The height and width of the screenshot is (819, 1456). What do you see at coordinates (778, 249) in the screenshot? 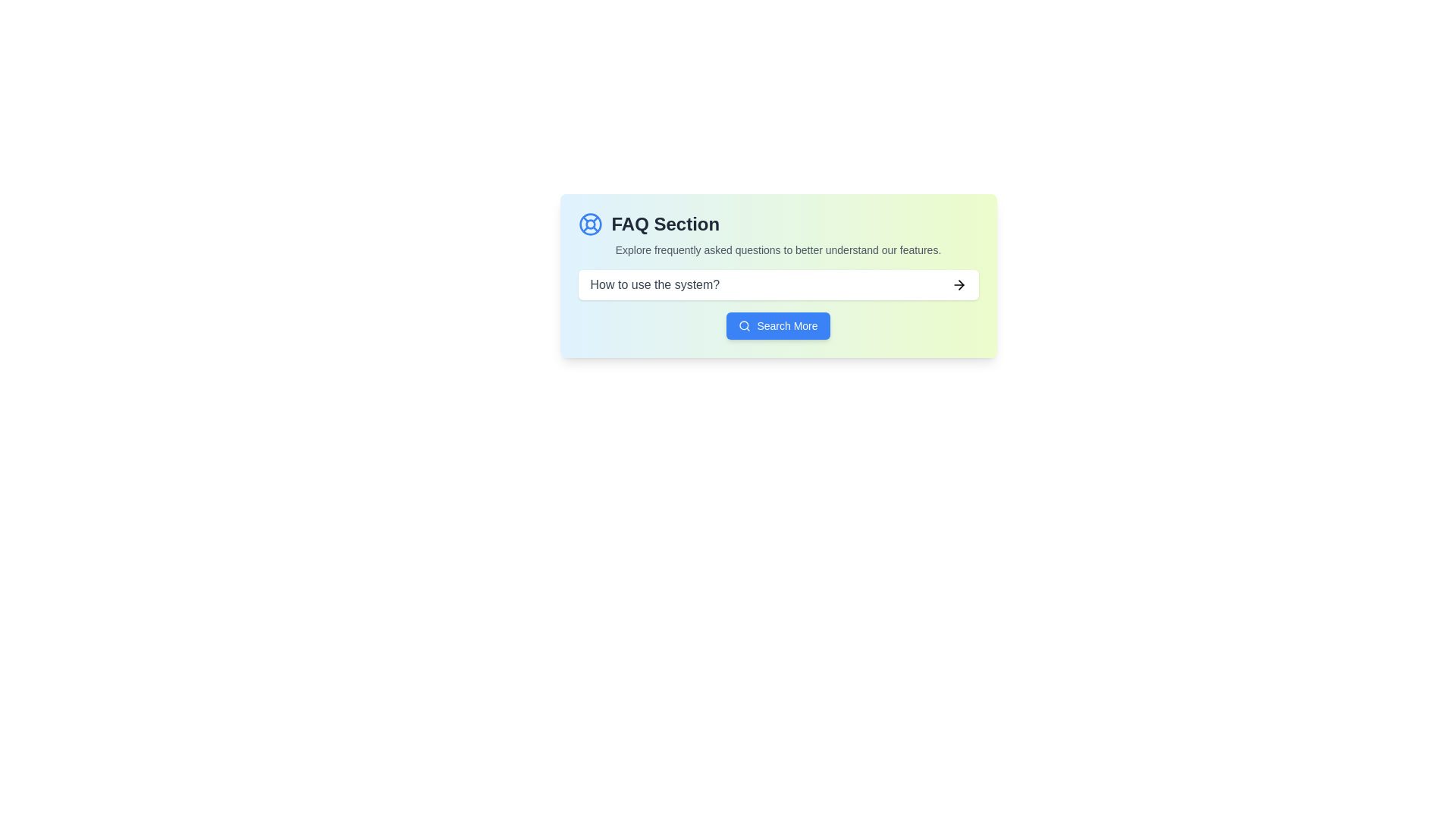
I see `the text block containing 'Explore frequently asked questions to better understand our features.' which is positioned centrally under the bold heading 'FAQ Section.'` at bounding box center [778, 249].